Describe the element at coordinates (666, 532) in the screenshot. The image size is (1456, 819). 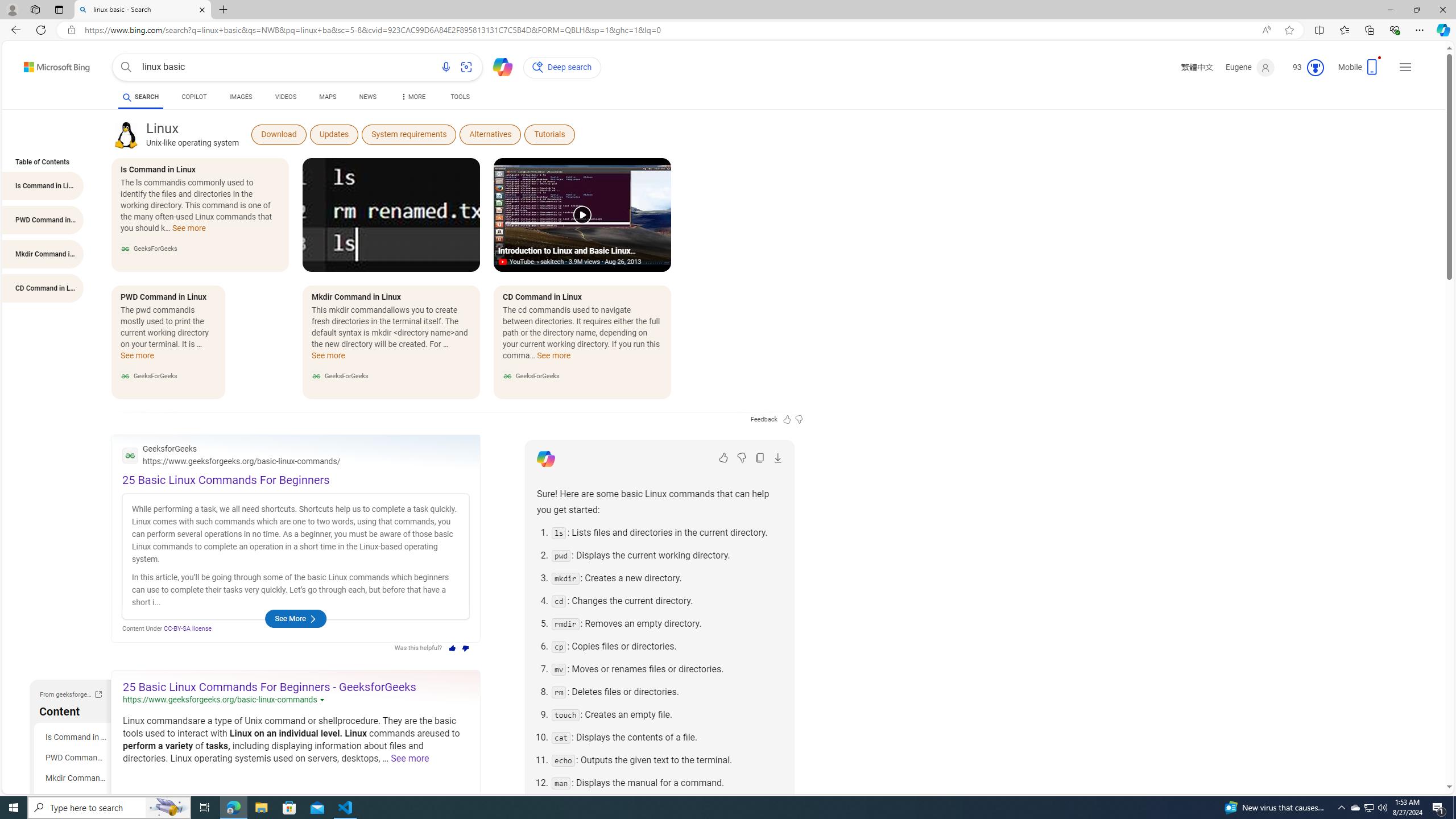
I see `'ls: Lists files and directories in the current directory.'` at that location.